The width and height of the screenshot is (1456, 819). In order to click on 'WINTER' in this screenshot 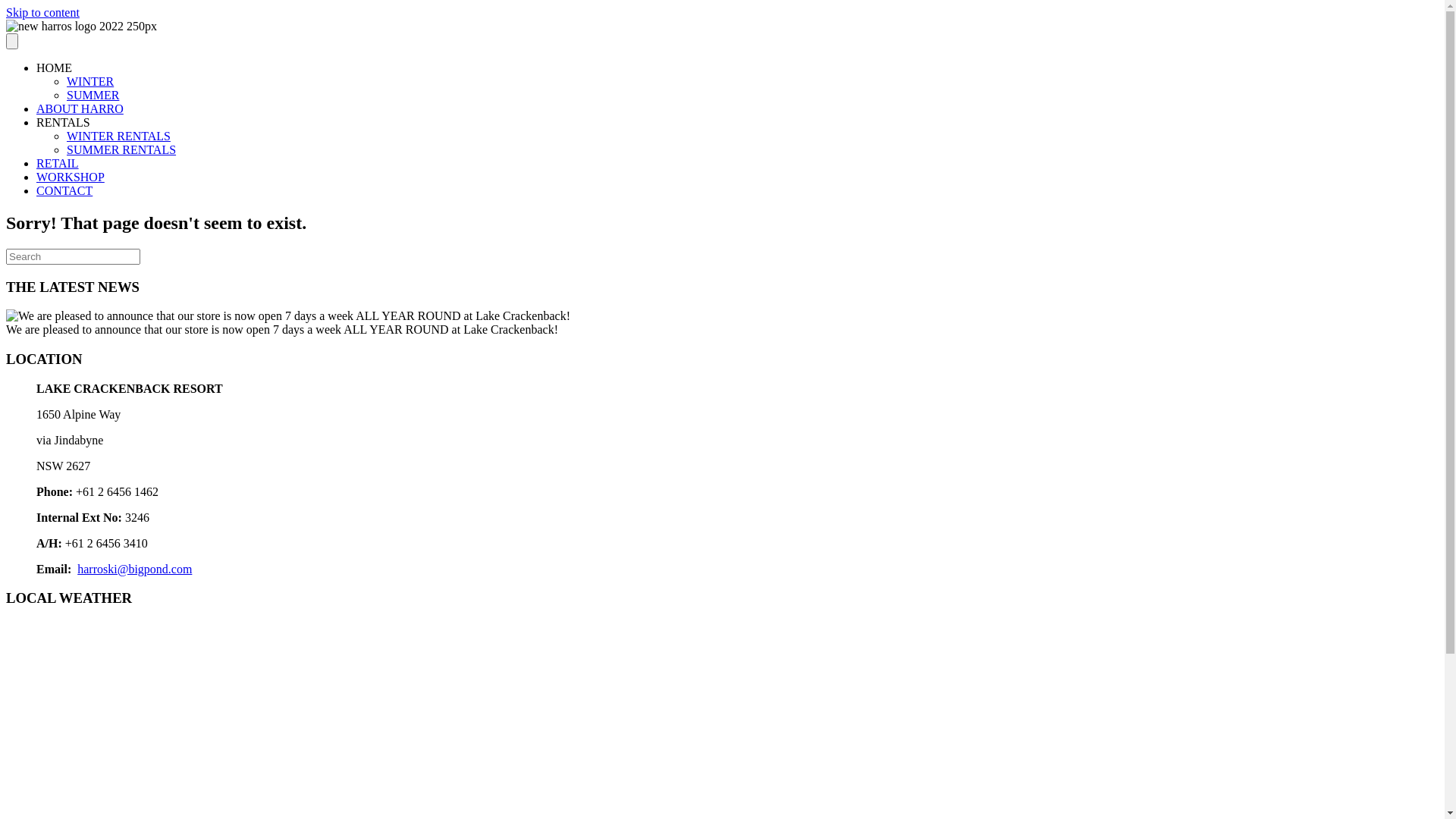, I will do `click(89, 81)`.